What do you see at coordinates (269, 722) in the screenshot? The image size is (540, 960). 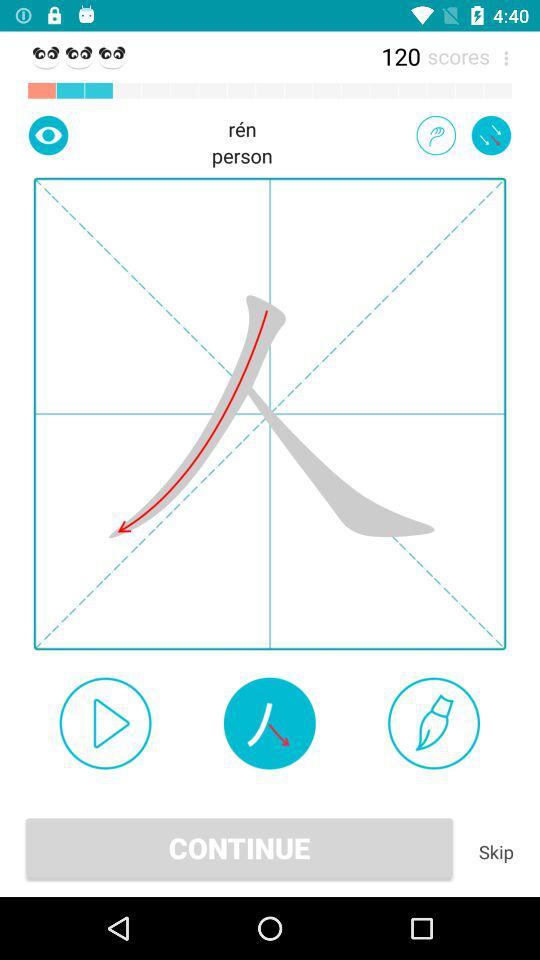 I see `the icon above continue icon` at bounding box center [269, 722].